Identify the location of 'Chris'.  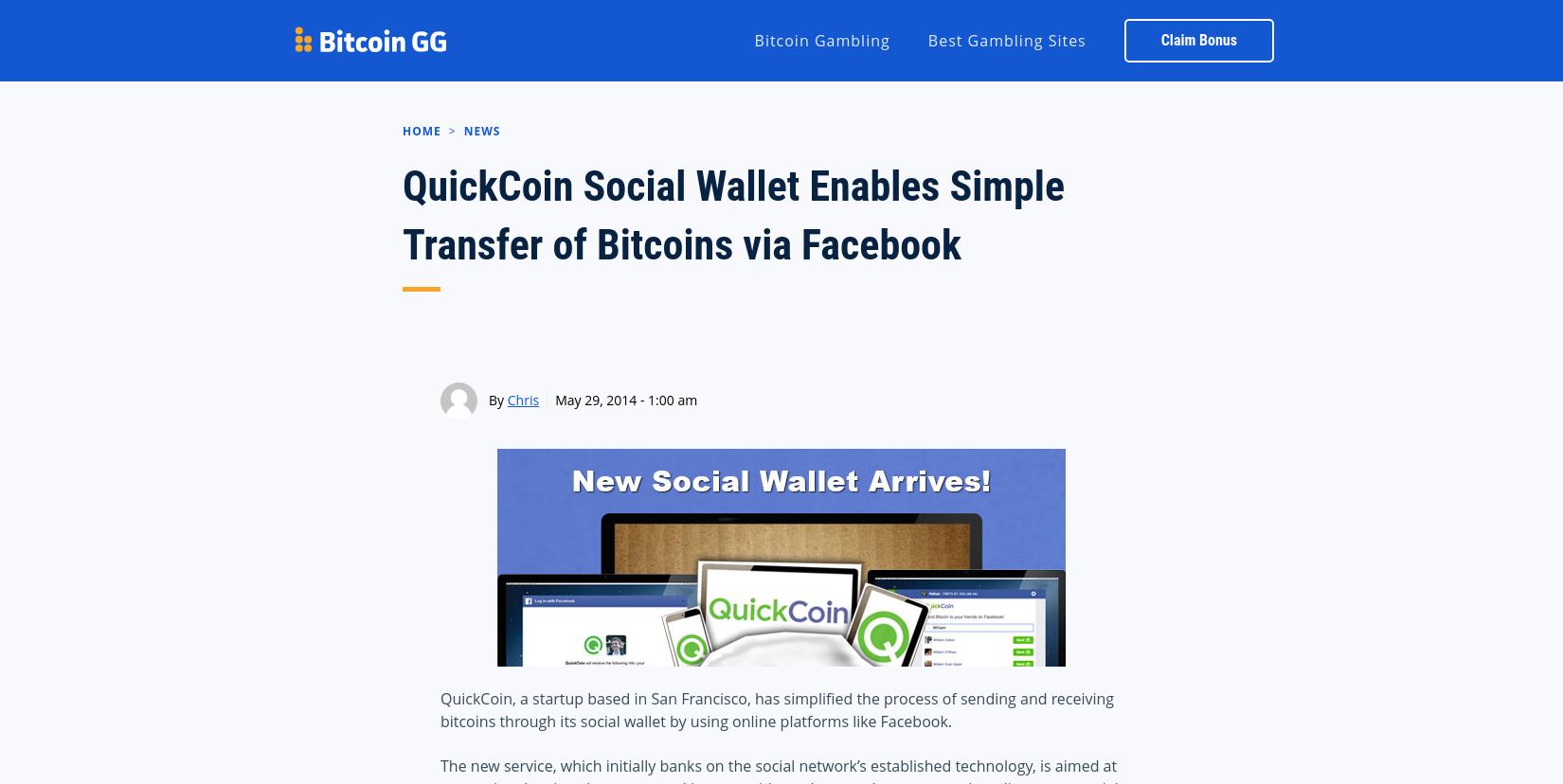
(505, 400).